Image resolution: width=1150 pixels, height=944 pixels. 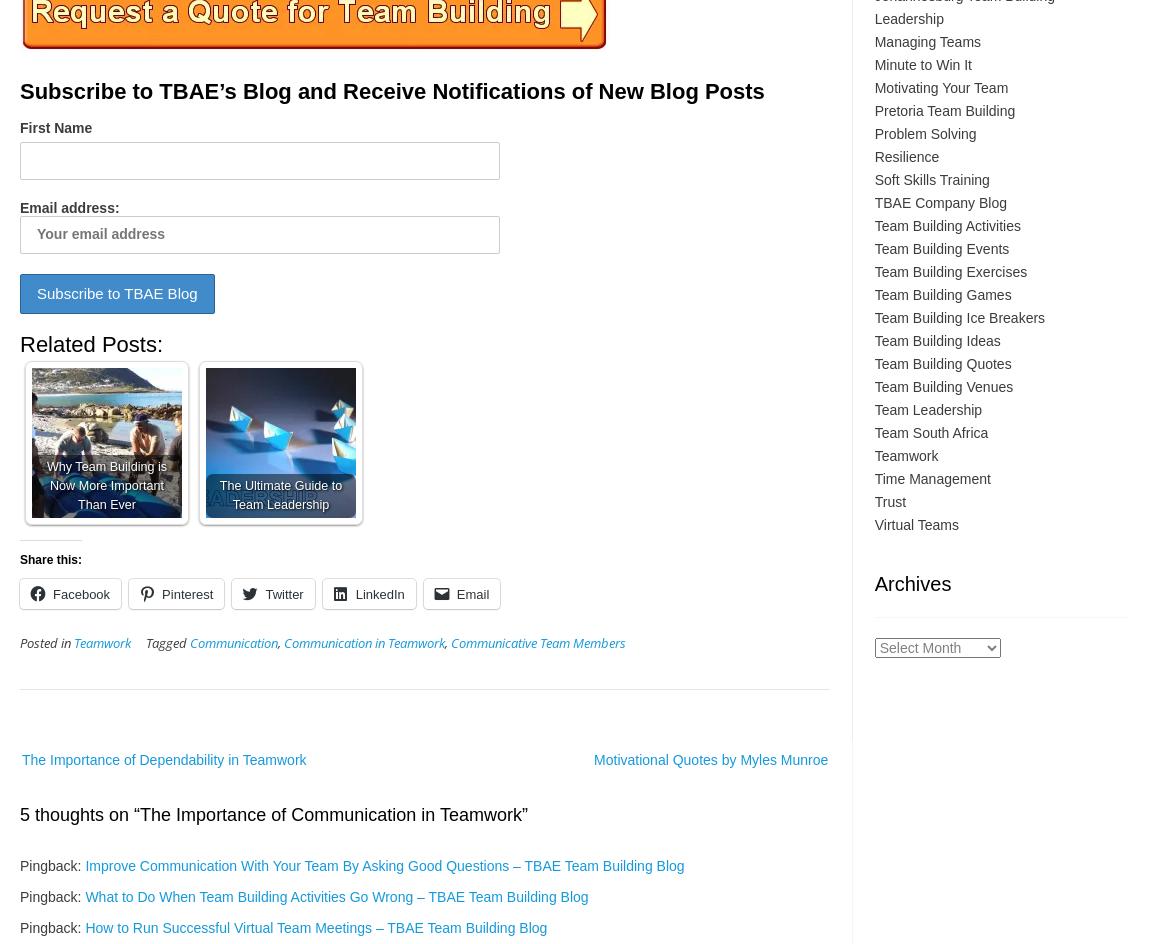 I want to click on 'Pinterest', so click(x=186, y=593).